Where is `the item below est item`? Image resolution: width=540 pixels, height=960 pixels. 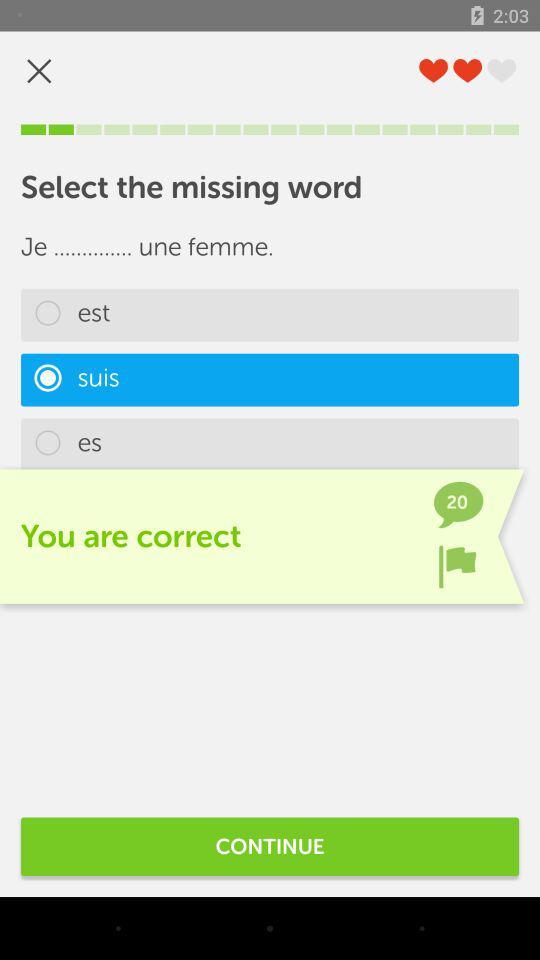
the item below est item is located at coordinates (270, 379).